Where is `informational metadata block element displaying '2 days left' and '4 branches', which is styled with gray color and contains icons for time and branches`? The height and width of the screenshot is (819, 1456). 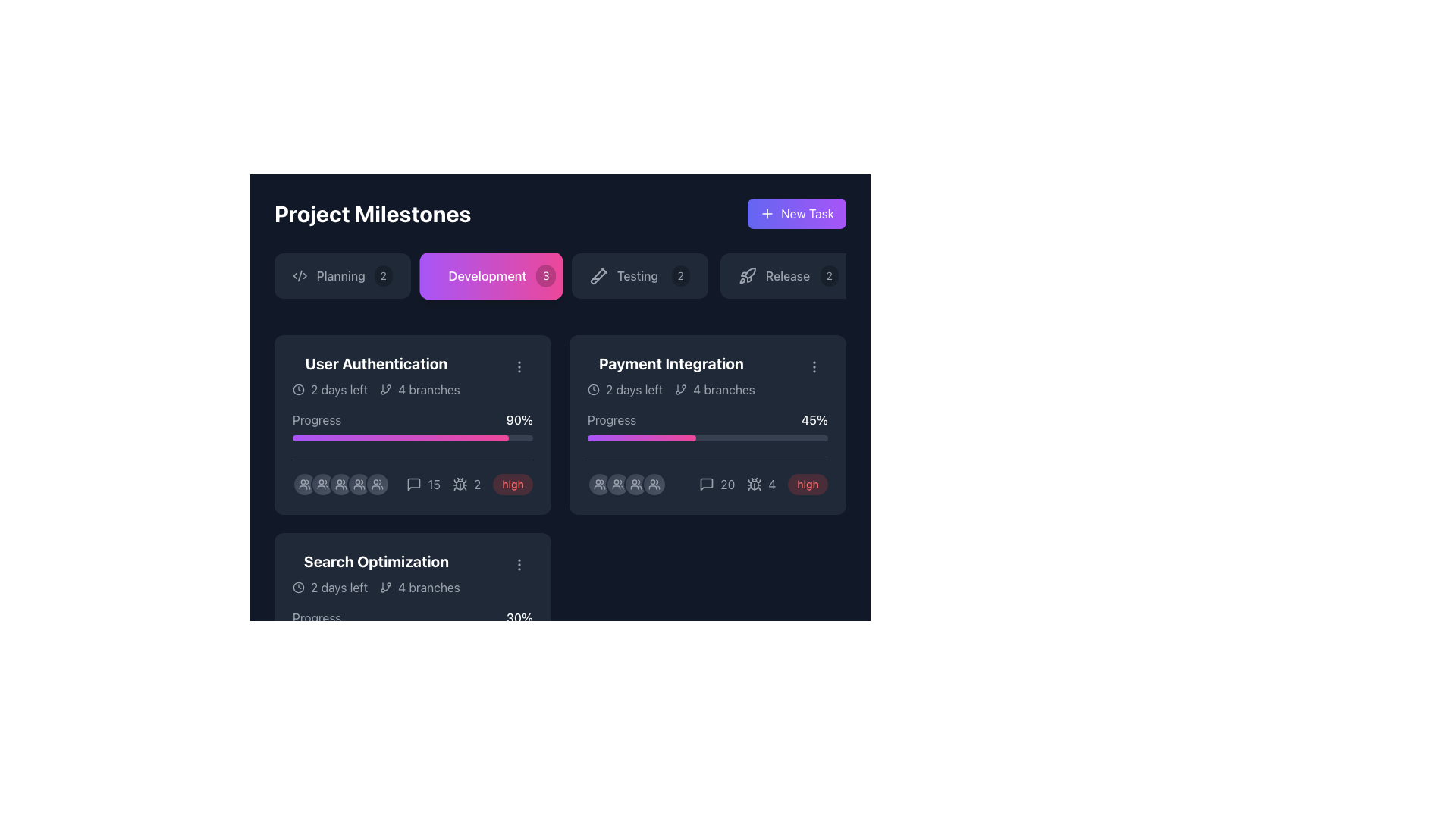
informational metadata block element displaying '2 days left' and '4 branches', which is styled with gray color and contains icons for time and branches is located at coordinates (376, 388).